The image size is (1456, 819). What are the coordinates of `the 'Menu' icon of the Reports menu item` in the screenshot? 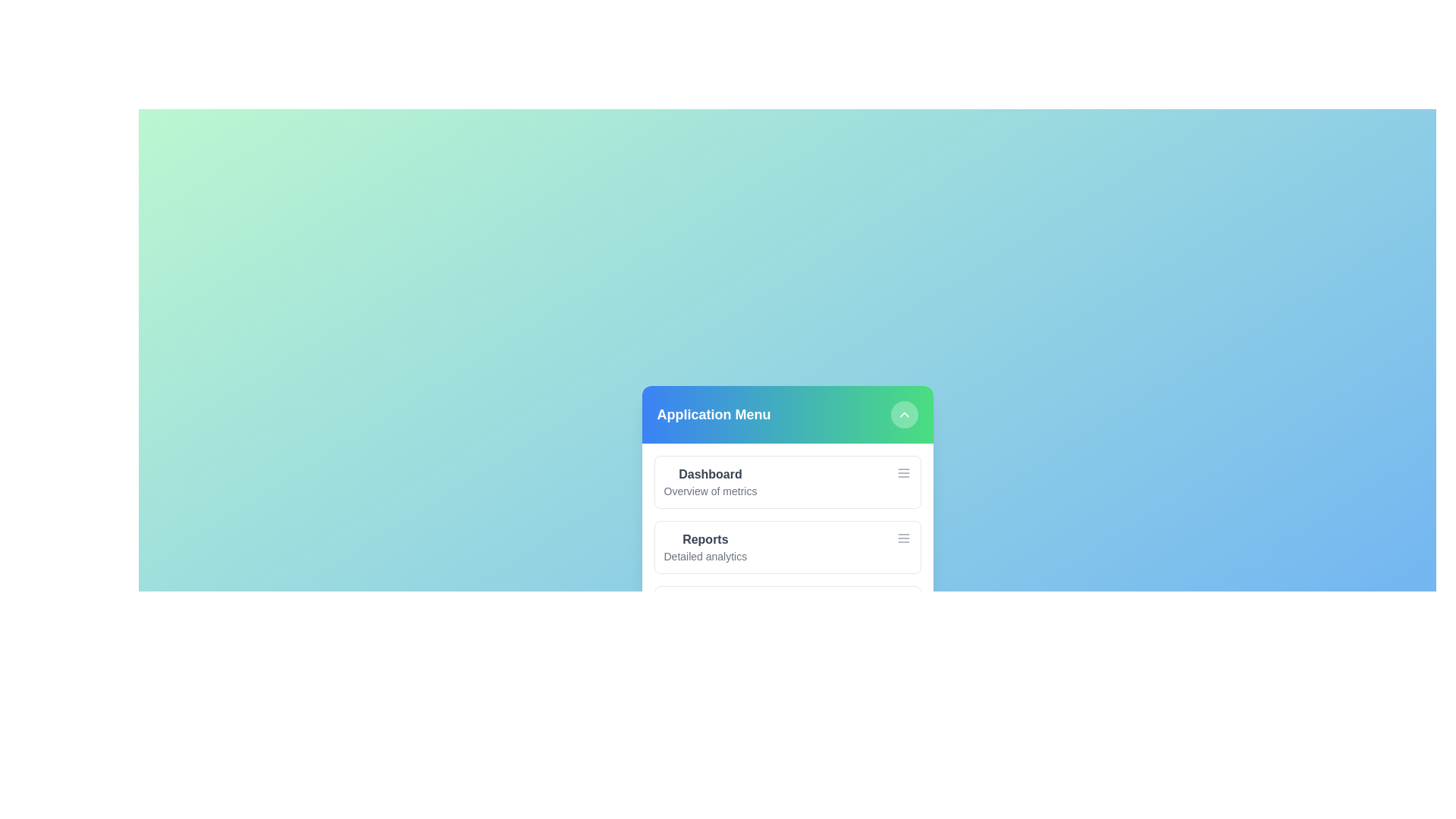 It's located at (903, 537).